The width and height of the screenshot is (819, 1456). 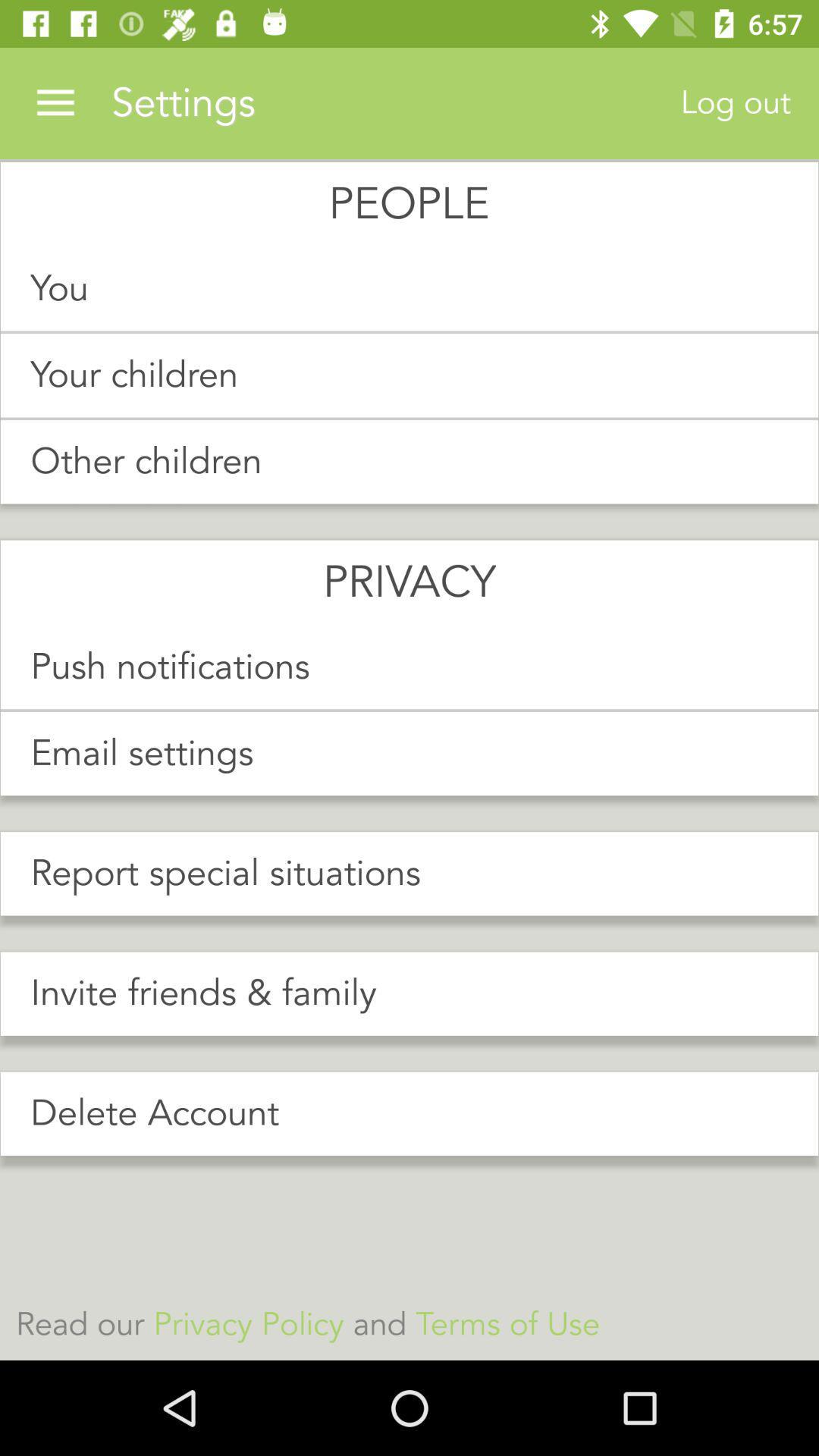 What do you see at coordinates (409, 1113) in the screenshot?
I see `item above read our privacy` at bounding box center [409, 1113].